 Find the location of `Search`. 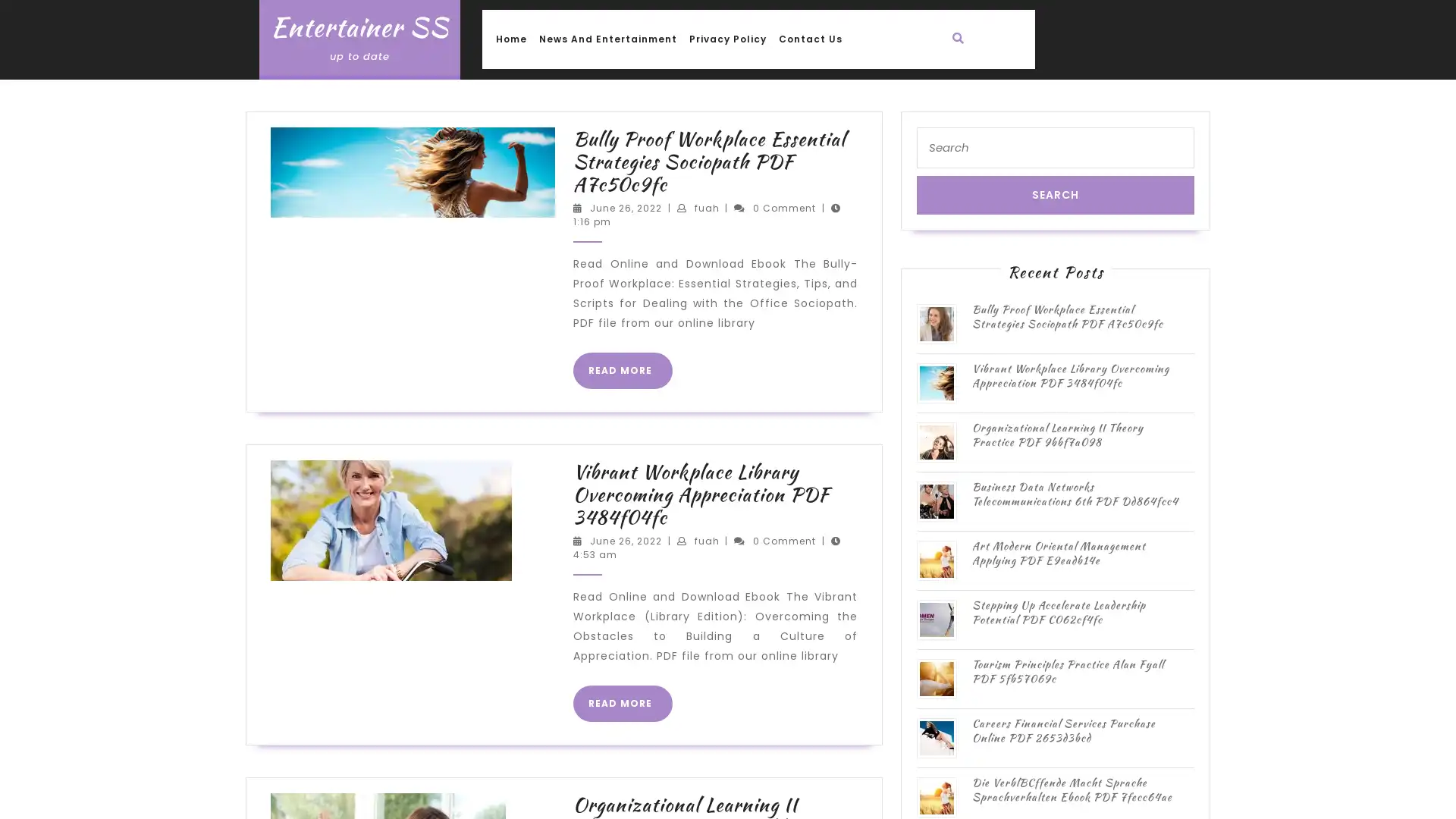

Search is located at coordinates (1055, 194).